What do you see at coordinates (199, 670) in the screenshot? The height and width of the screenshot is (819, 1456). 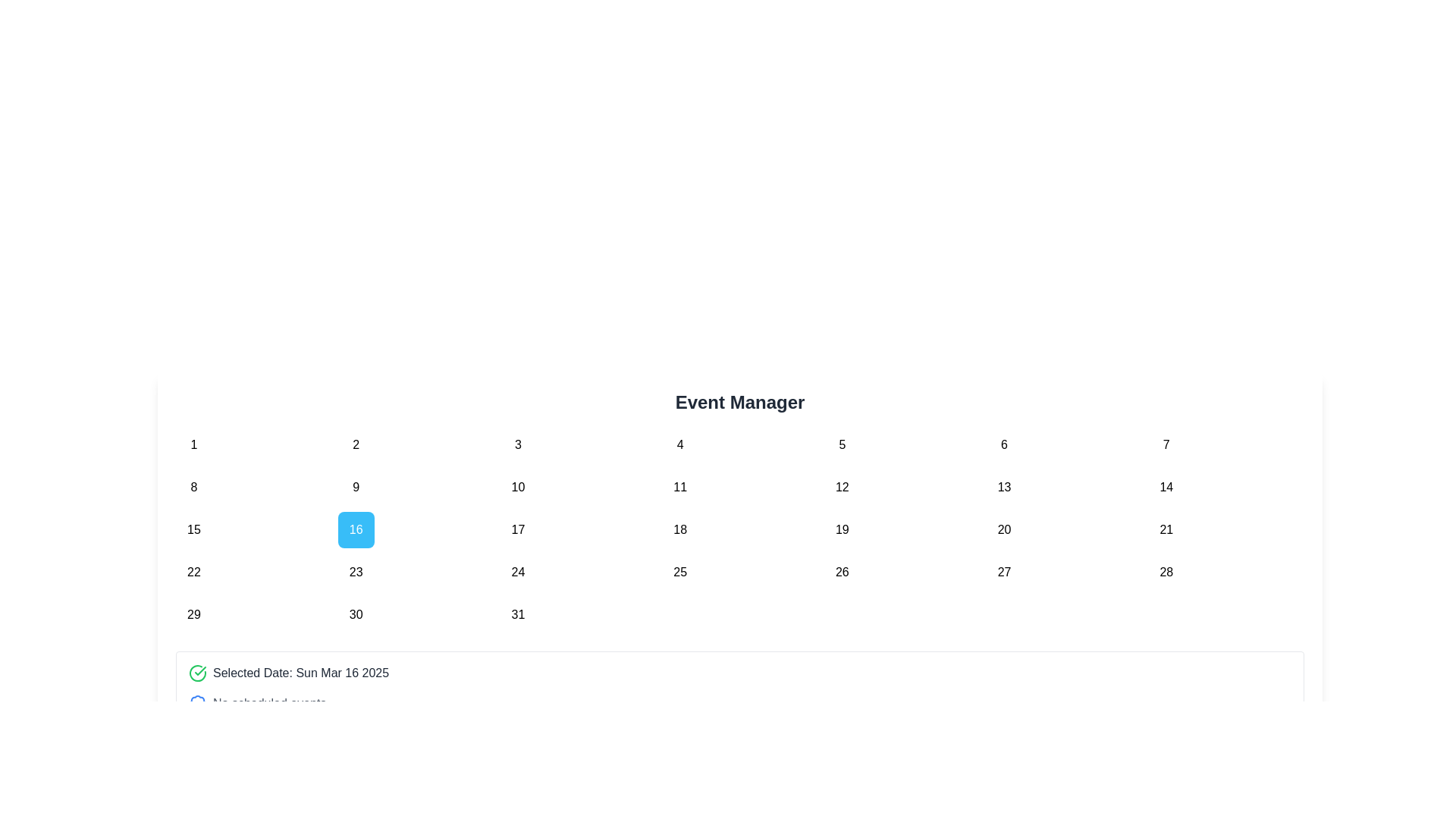 I see `the green checkmark icon within its circular design, indicating a success or confirmation state for the selected date` at bounding box center [199, 670].